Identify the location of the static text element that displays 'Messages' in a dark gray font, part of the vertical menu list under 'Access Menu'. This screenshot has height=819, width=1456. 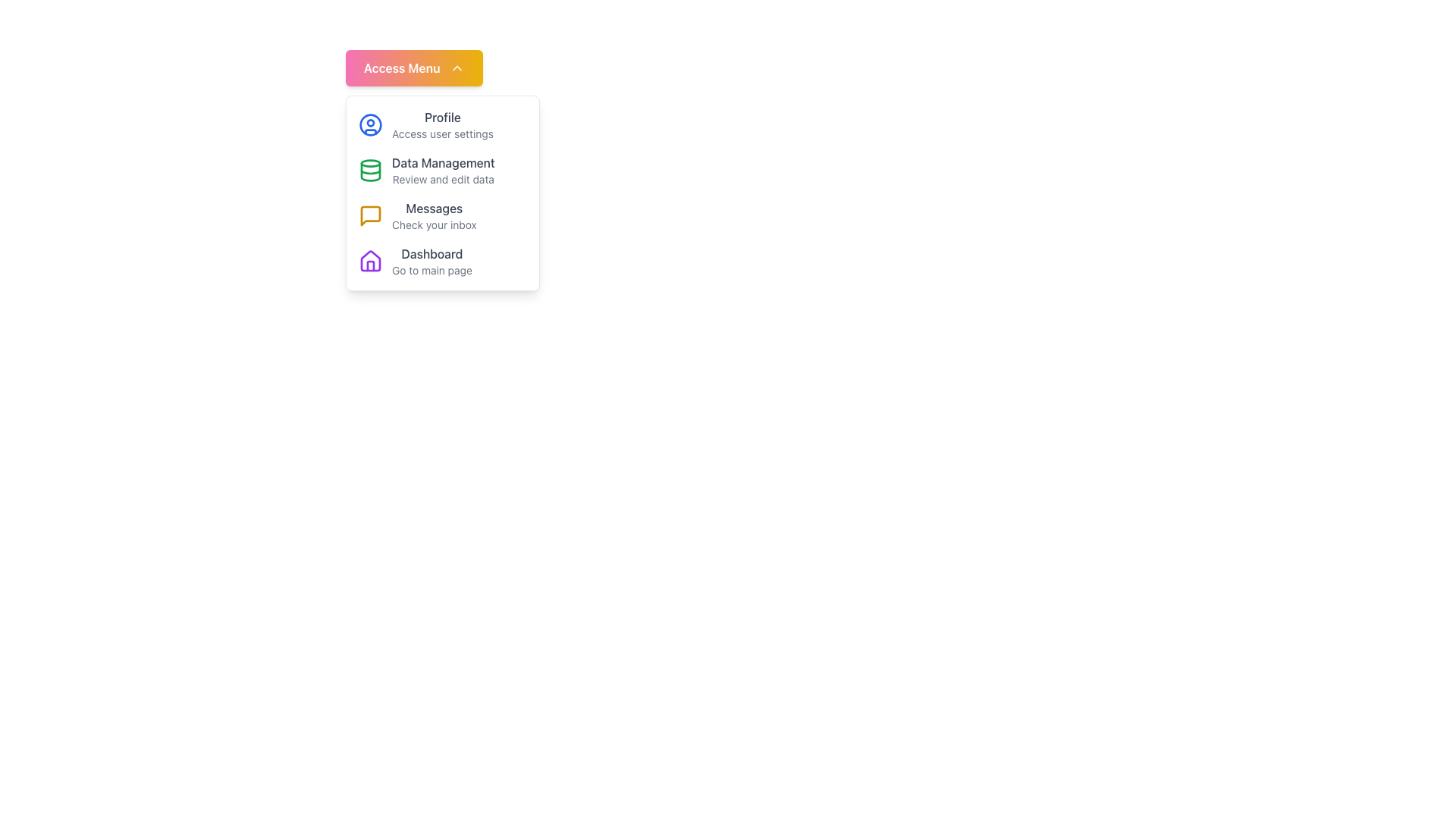
(433, 208).